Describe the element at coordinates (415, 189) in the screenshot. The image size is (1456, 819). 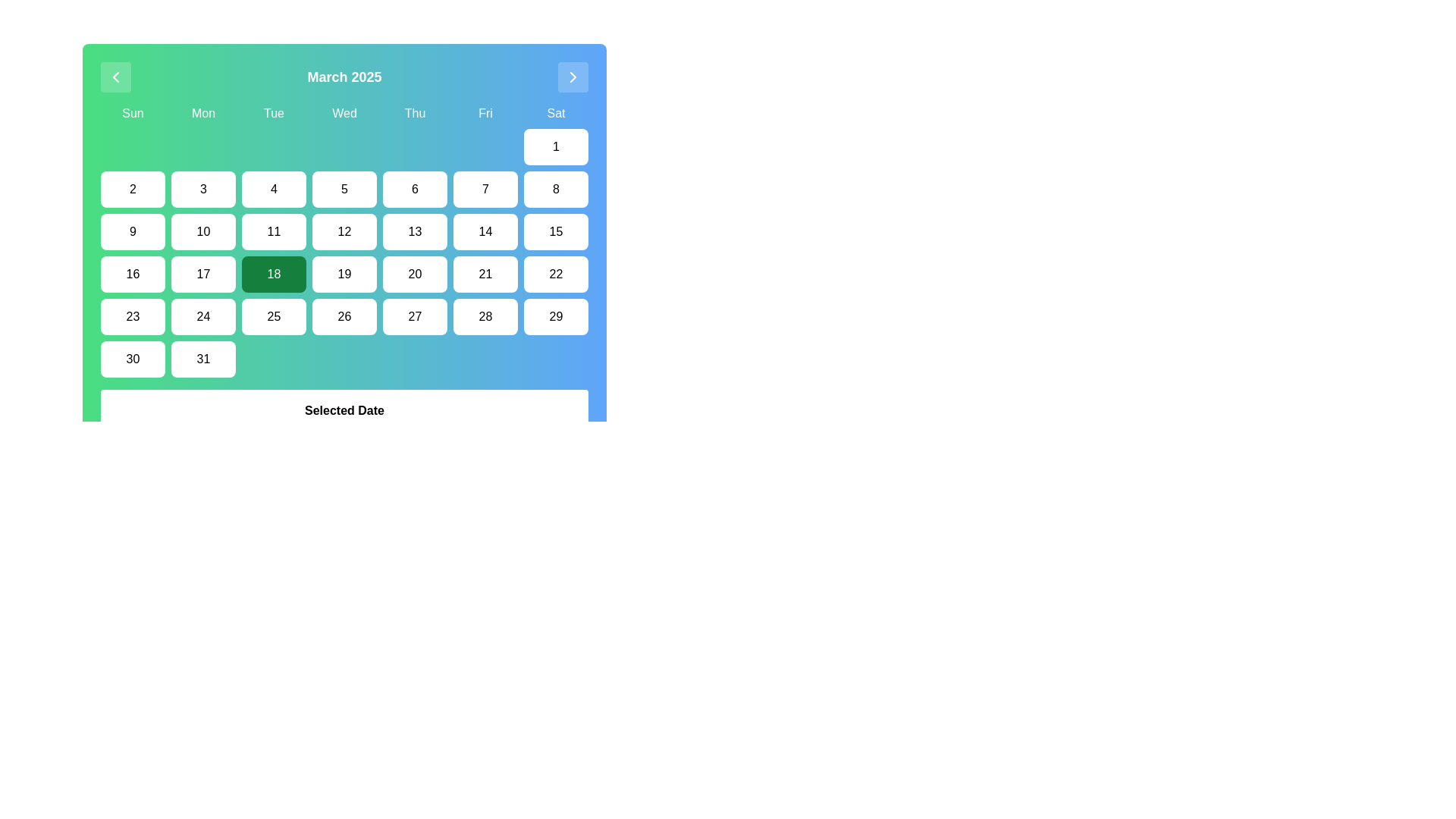
I see `the rounded rectangular button displaying the number '6' located under the 'Thu' header in the calendar grid` at that location.